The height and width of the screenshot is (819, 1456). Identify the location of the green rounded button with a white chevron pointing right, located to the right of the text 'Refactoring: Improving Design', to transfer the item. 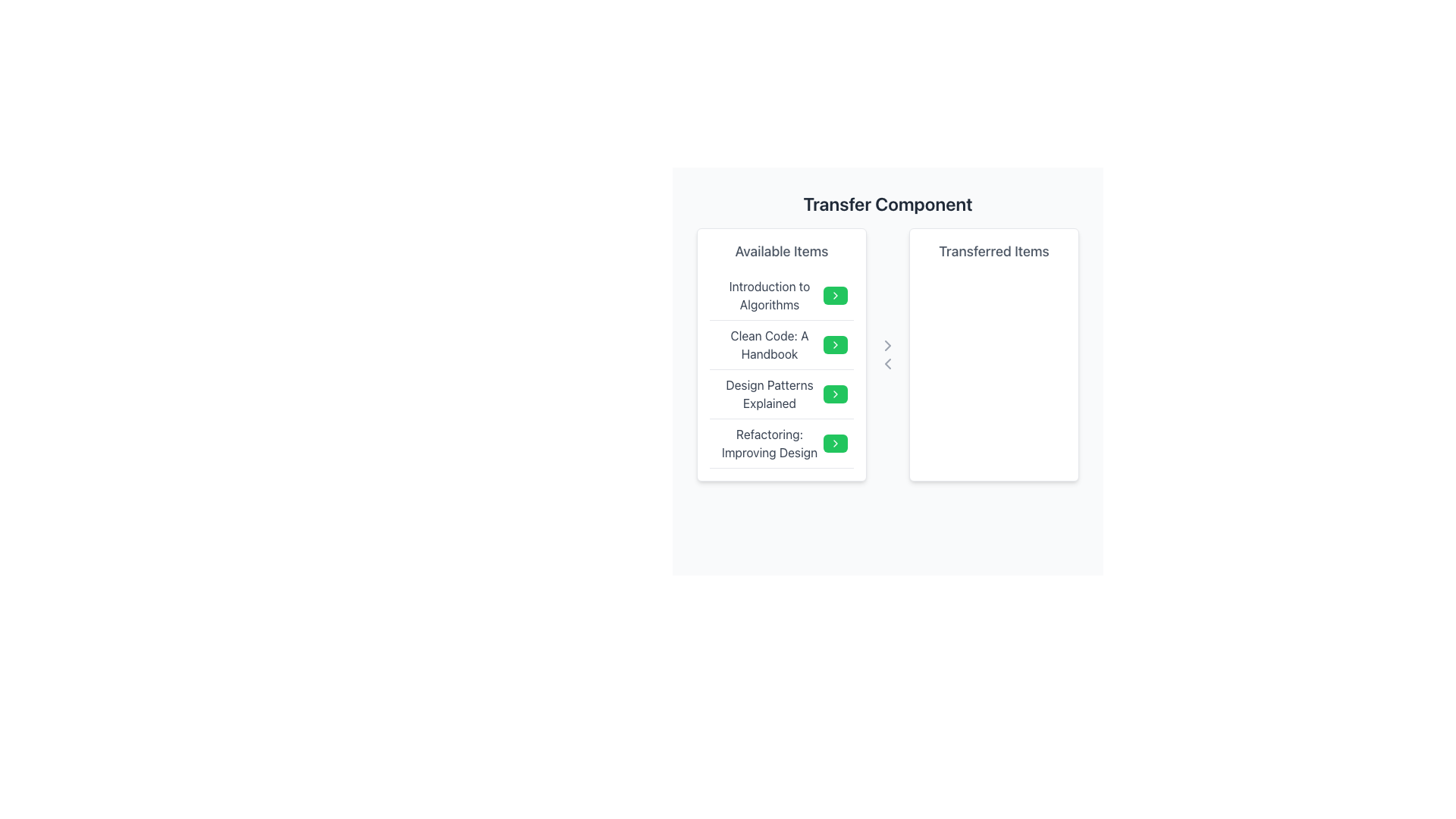
(835, 444).